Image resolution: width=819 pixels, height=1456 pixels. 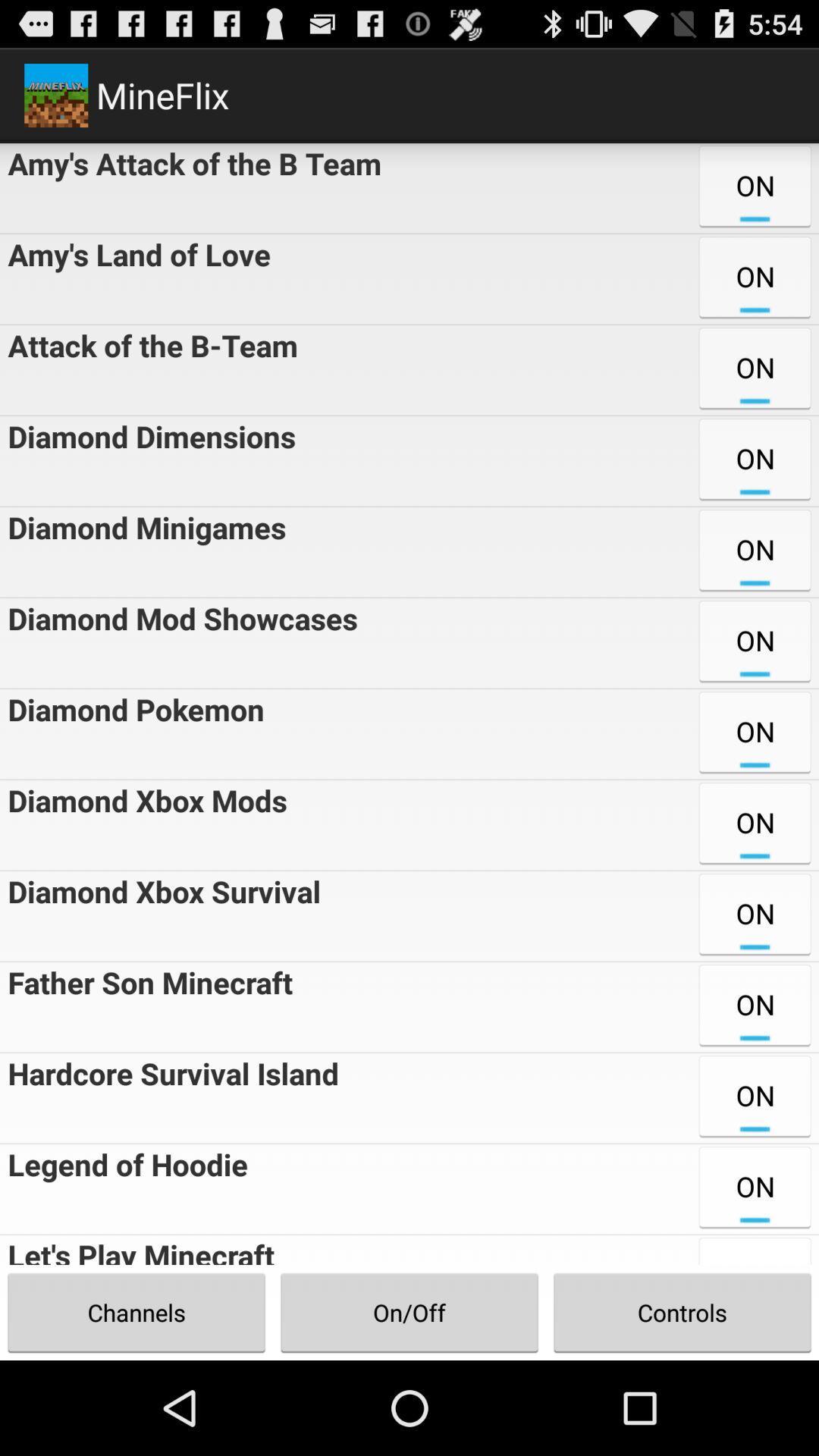 What do you see at coordinates (123, 1188) in the screenshot?
I see `legend of hoodie item` at bounding box center [123, 1188].